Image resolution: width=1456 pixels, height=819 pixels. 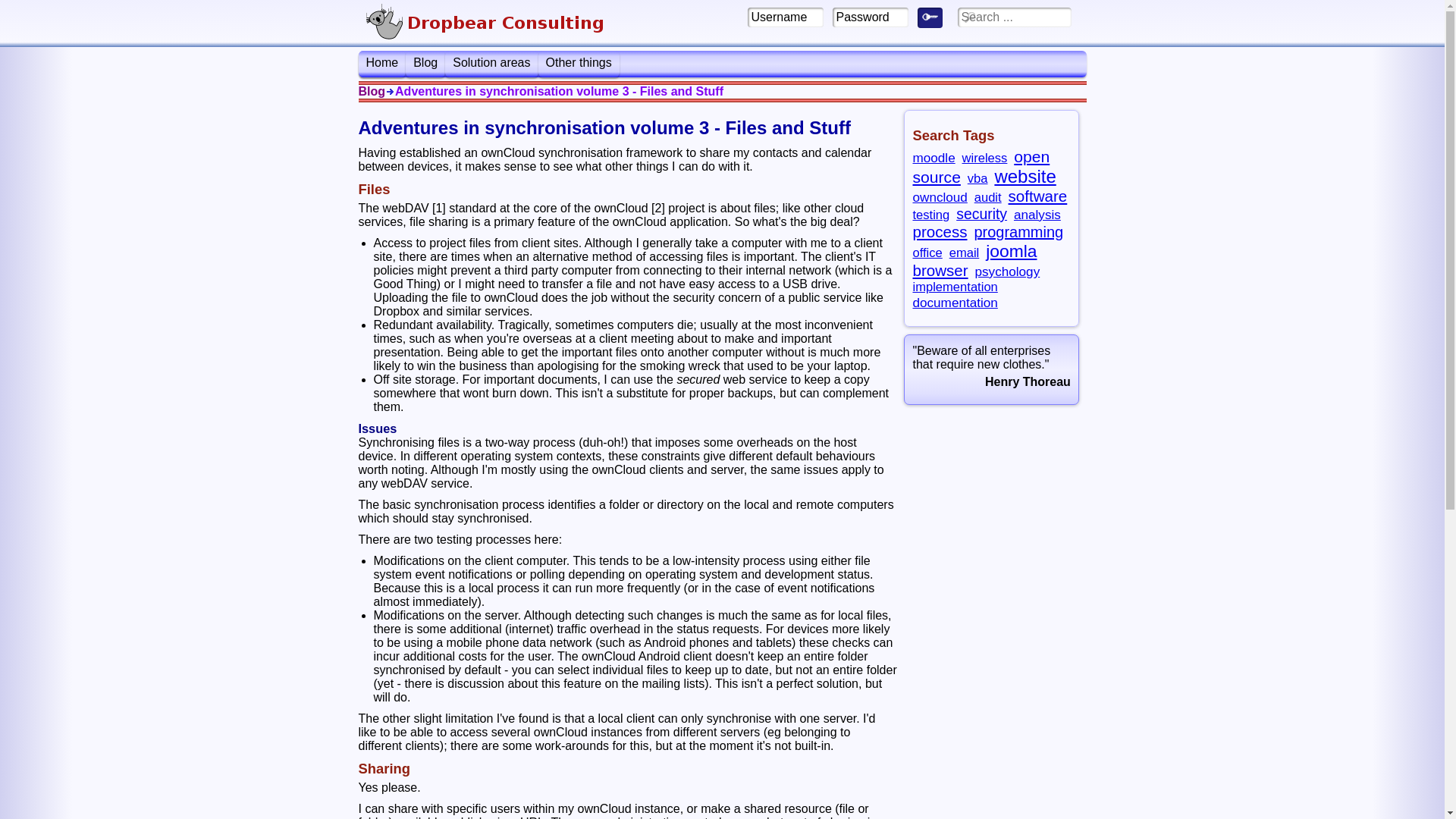 What do you see at coordinates (1011, 250) in the screenshot?
I see `'joomla'` at bounding box center [1011, 250].